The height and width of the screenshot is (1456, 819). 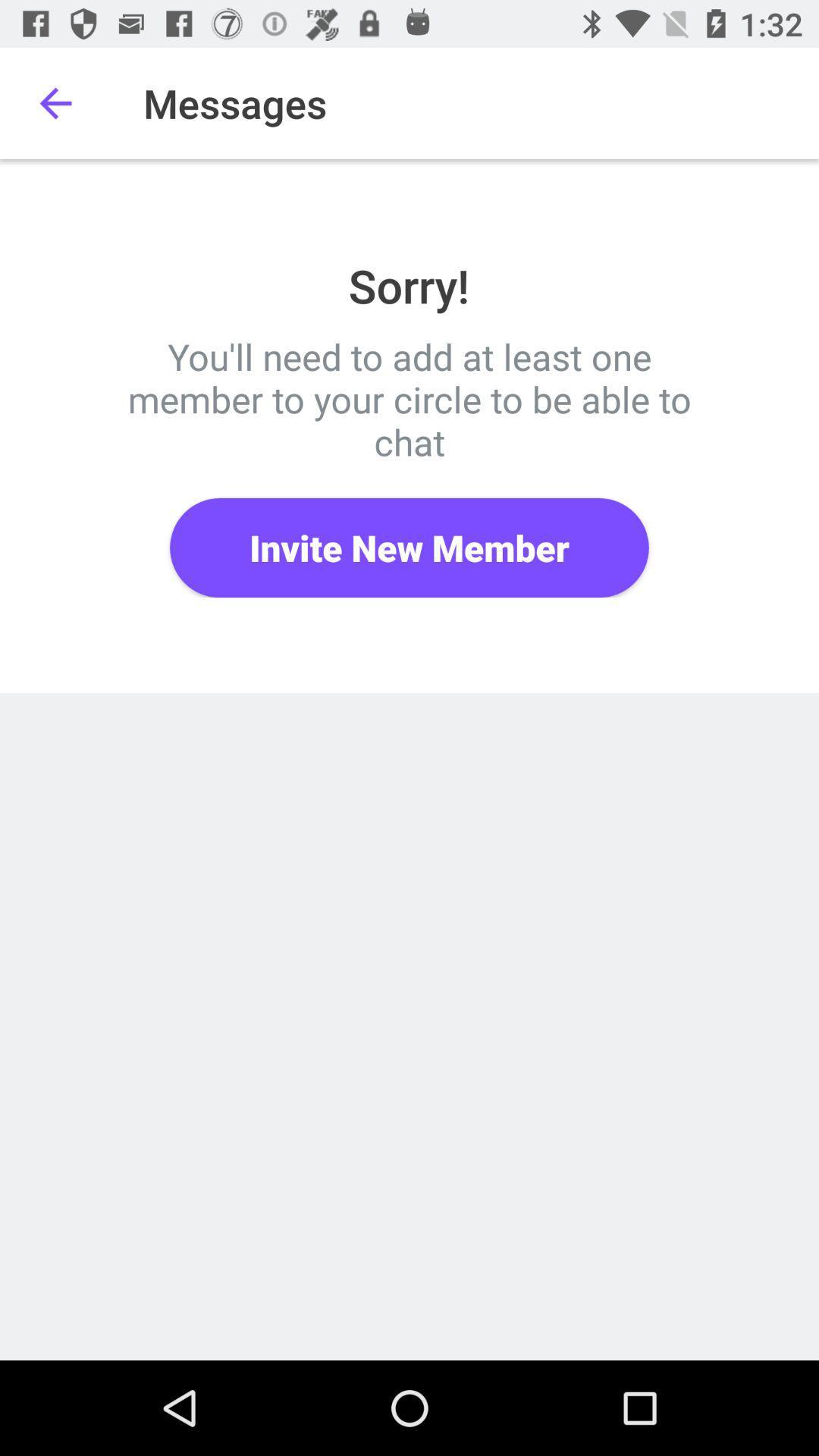 What do you see at coordinates (409, 547) in the screenshot?
I see `icon below you ll need icon` at bounding box center [409, 547].